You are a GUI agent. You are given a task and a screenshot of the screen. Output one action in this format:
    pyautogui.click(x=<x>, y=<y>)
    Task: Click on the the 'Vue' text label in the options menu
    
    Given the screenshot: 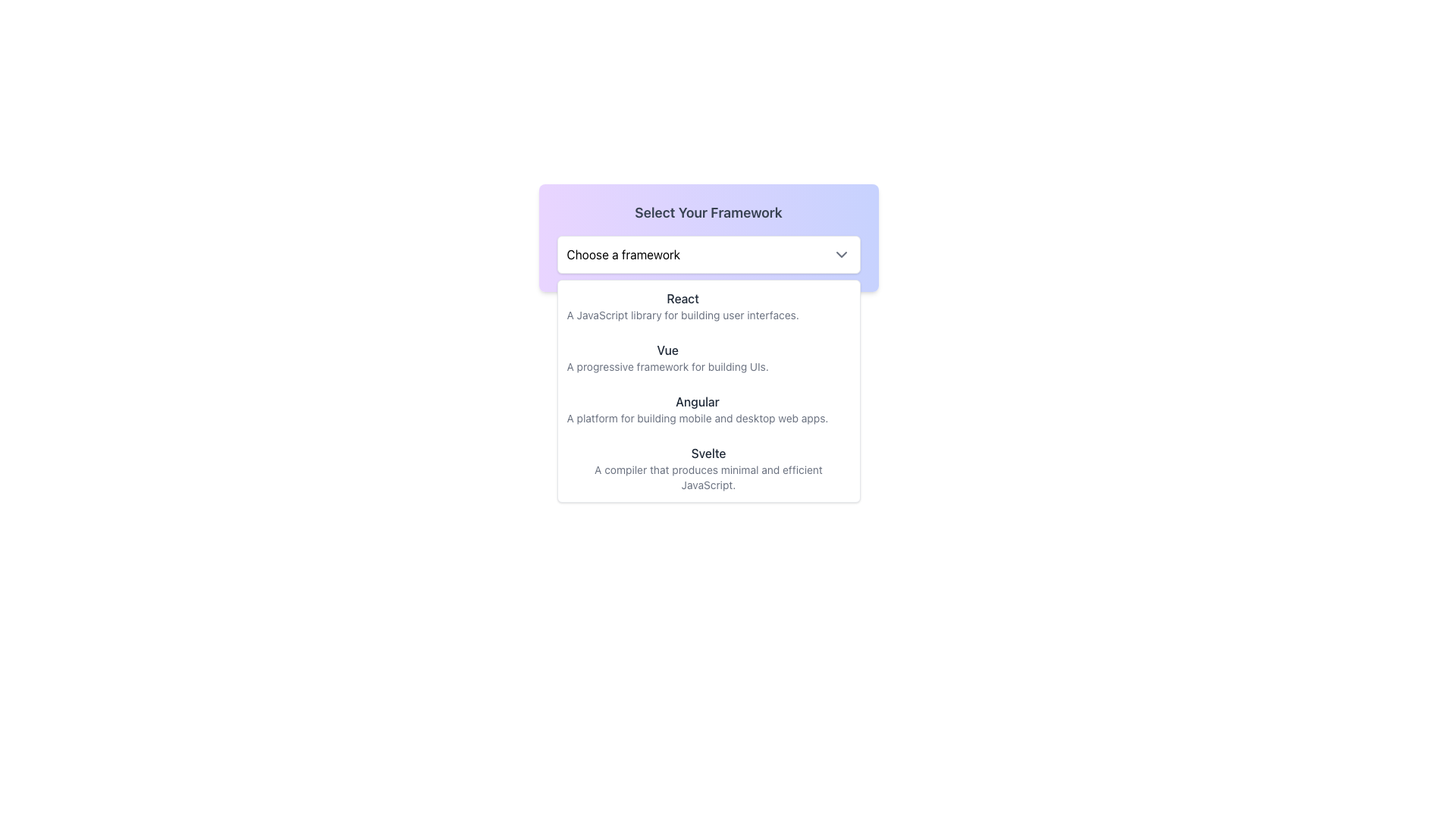 What is the action you would take?
    pyautogui.click(x=667, y=350)
    